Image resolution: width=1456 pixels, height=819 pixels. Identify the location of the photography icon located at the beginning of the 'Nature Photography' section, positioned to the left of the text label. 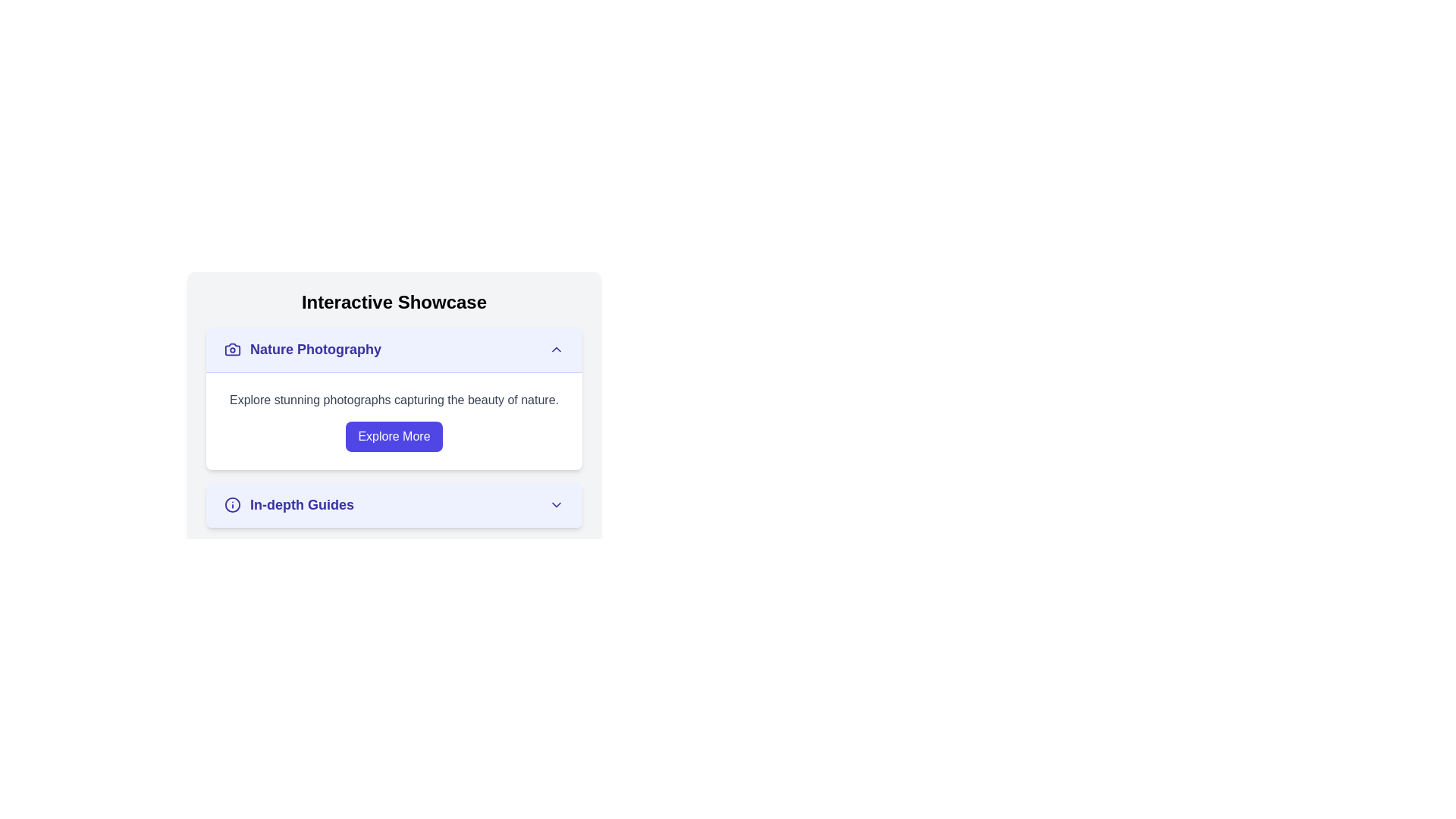
(232, 350).